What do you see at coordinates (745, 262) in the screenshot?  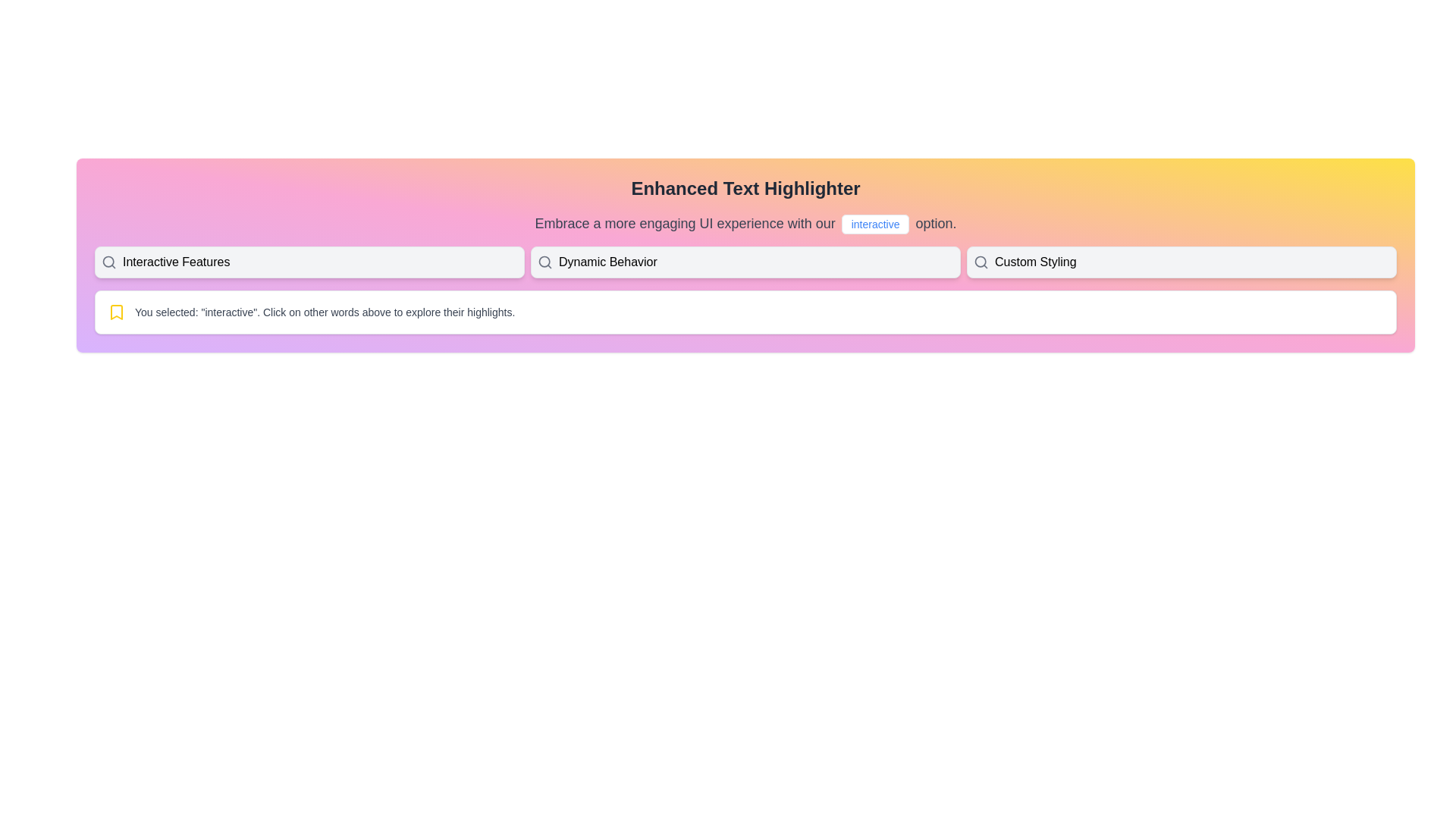 I see `the middle selectable item labeled 'Dynamic Behavior' in the horizontal row of items` at bounding box center [745, 262].